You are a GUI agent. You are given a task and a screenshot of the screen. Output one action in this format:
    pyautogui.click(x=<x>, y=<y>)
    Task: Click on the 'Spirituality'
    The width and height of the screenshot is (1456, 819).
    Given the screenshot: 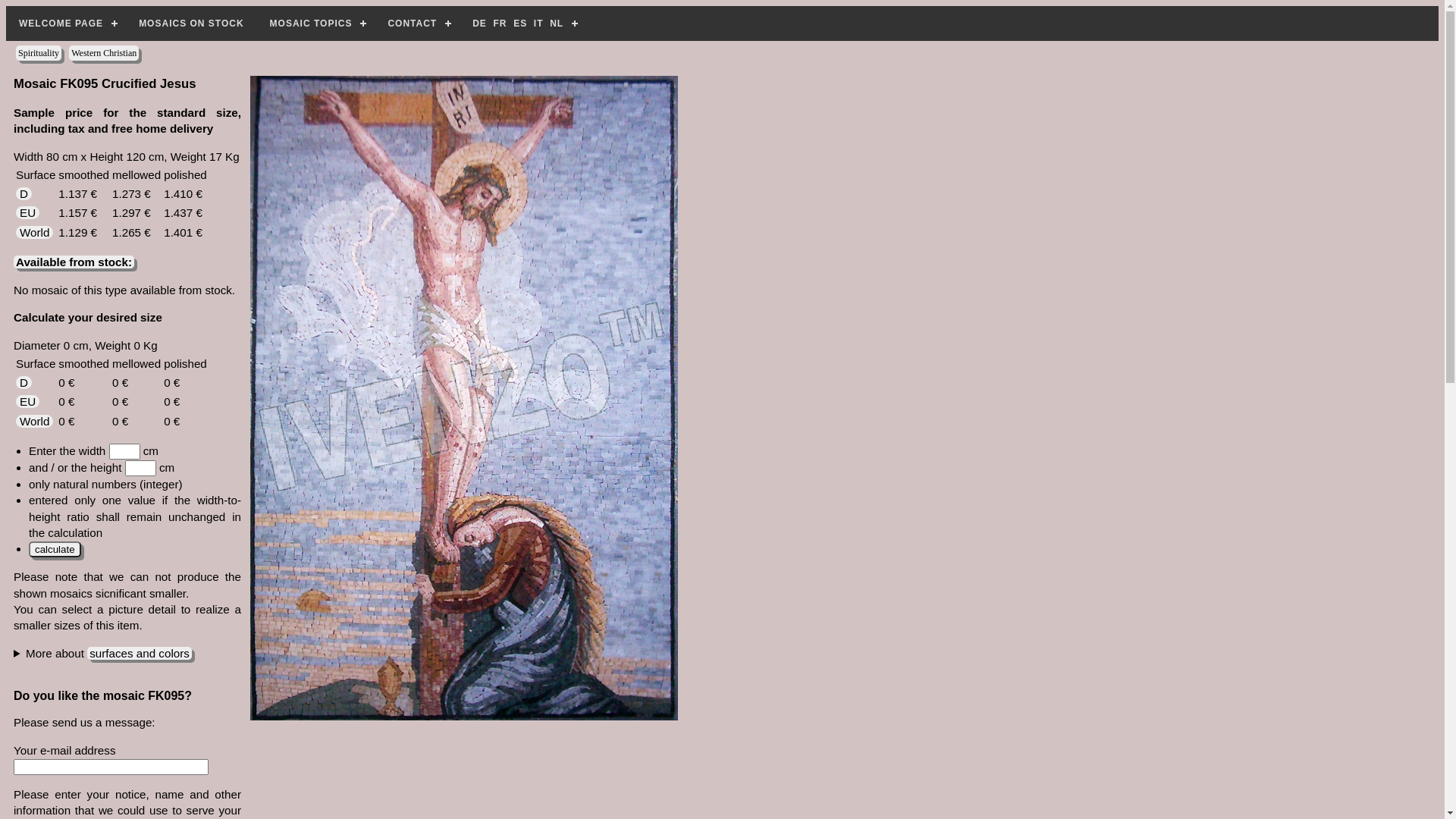 What is the action you would take?
    pyautogui.click(x=39, y=52)
    